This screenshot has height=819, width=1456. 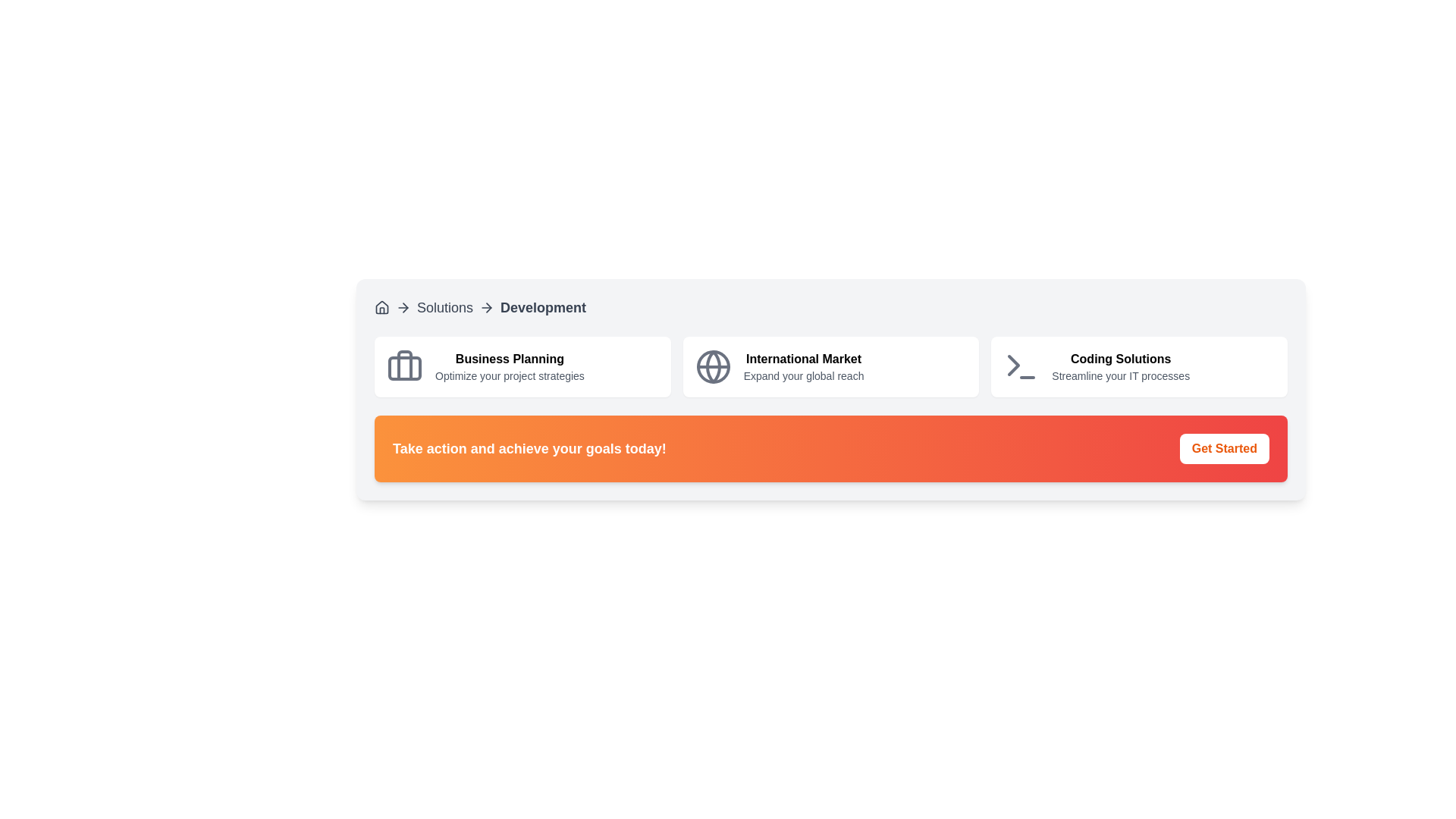 I want to click on the rectangular 'Get Started' button with rounded corners, featuring a white background and orange text, to initiate an action, so click(x=1224, y=447).